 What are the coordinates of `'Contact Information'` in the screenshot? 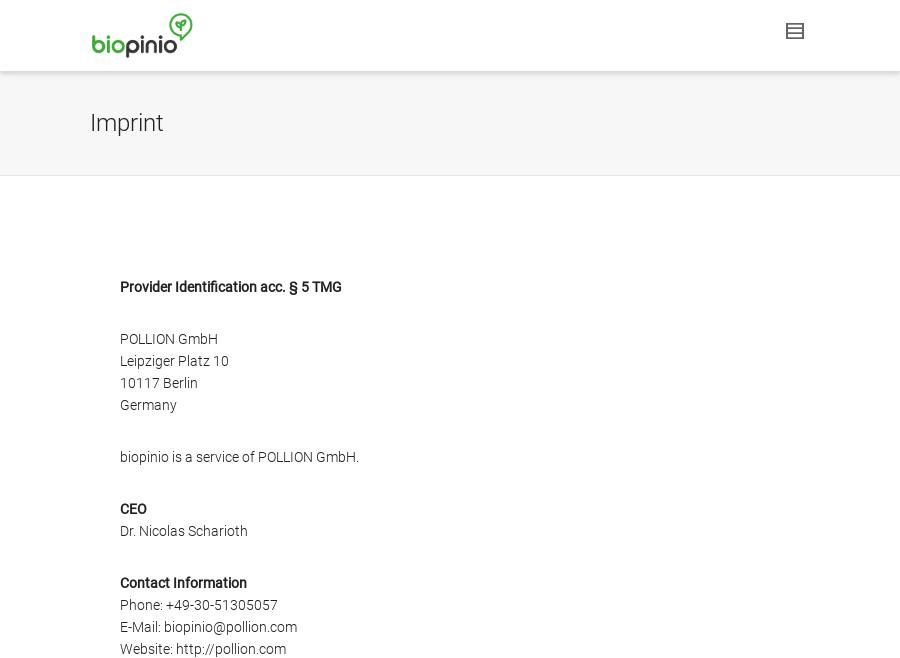 It's located at (183, 582).